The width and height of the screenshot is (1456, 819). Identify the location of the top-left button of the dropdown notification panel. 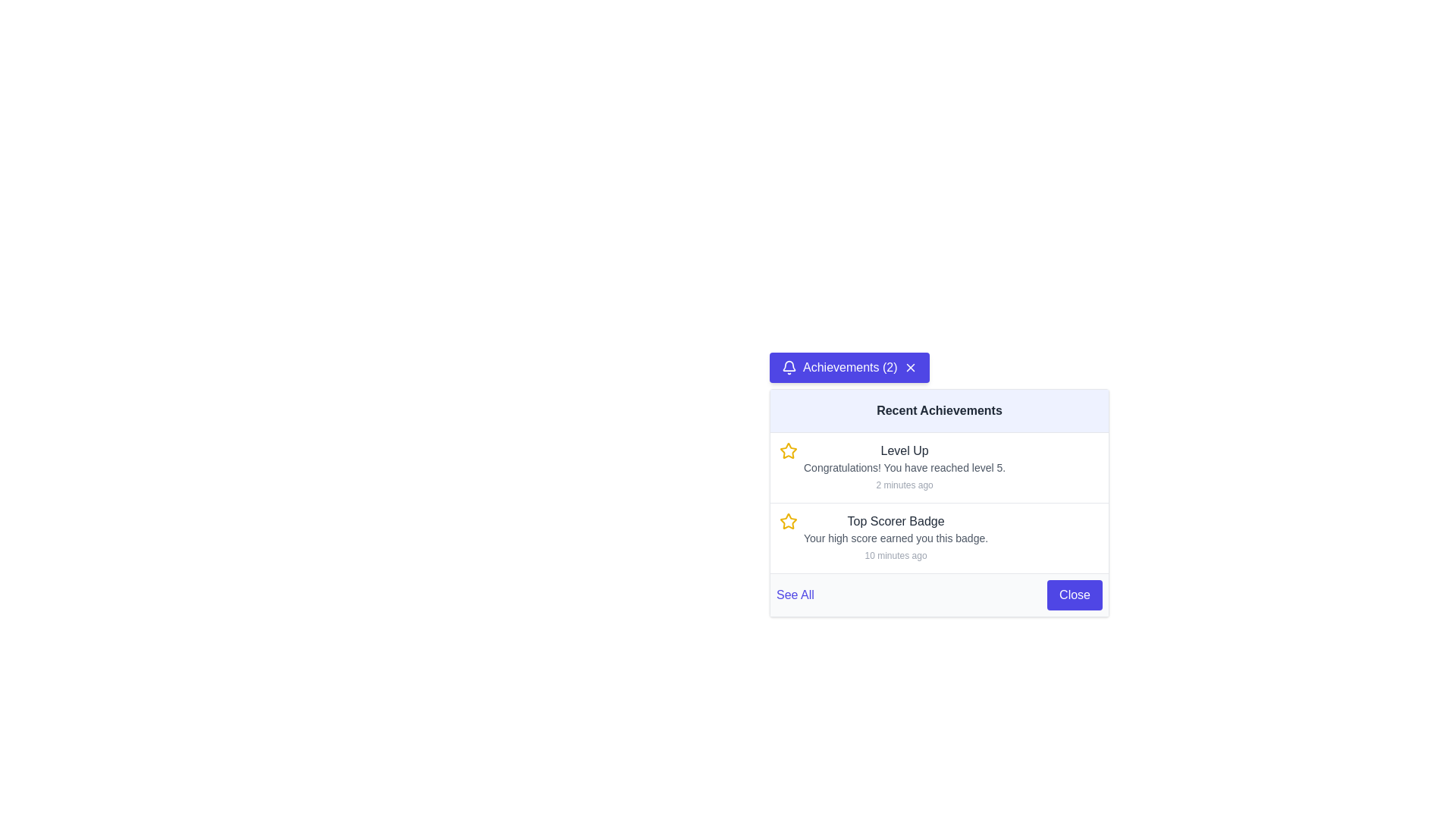
(849, 368).